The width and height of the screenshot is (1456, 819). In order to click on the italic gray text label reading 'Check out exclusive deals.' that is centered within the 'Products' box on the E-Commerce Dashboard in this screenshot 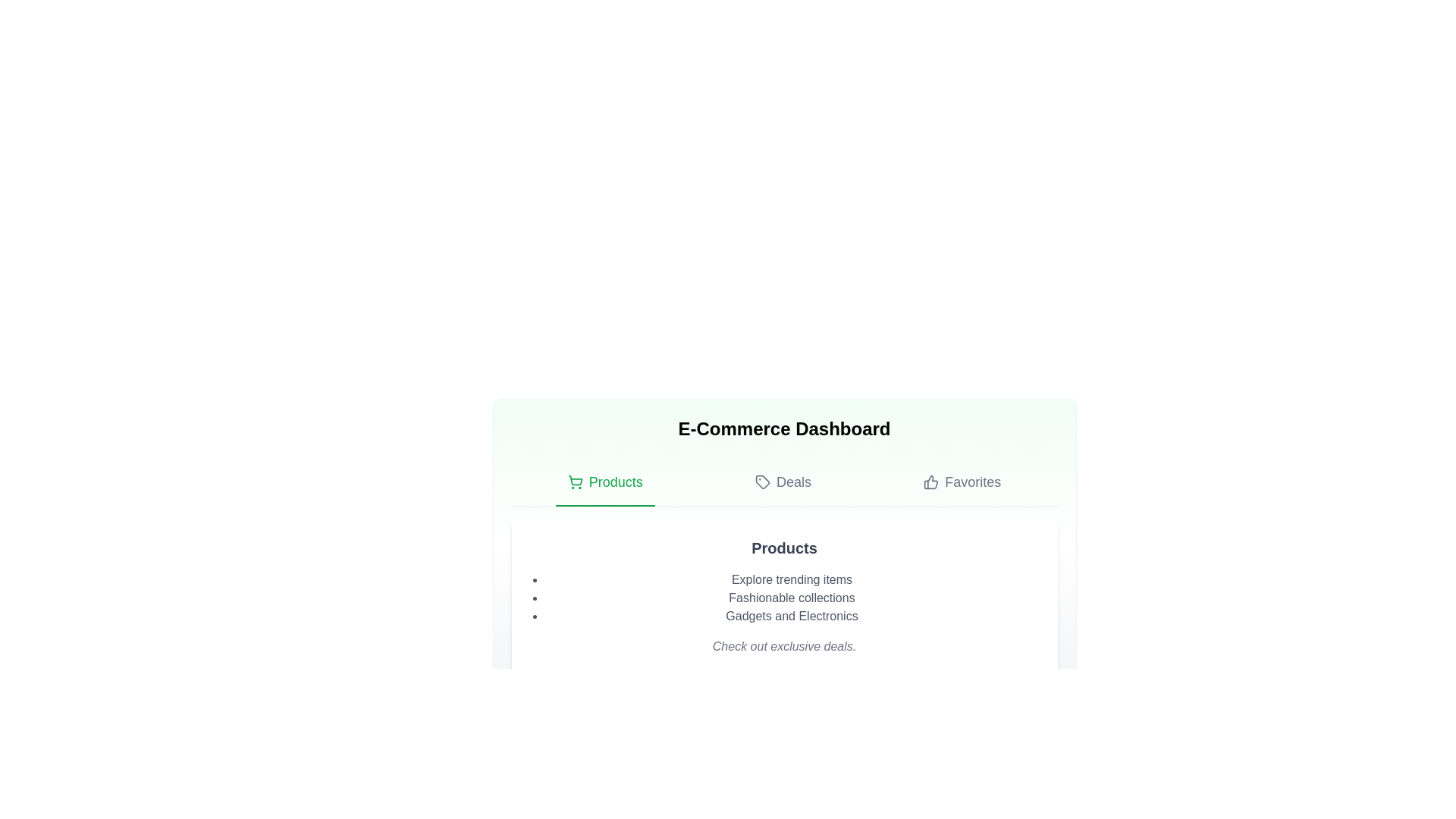, I will do `click(784, 646)`.